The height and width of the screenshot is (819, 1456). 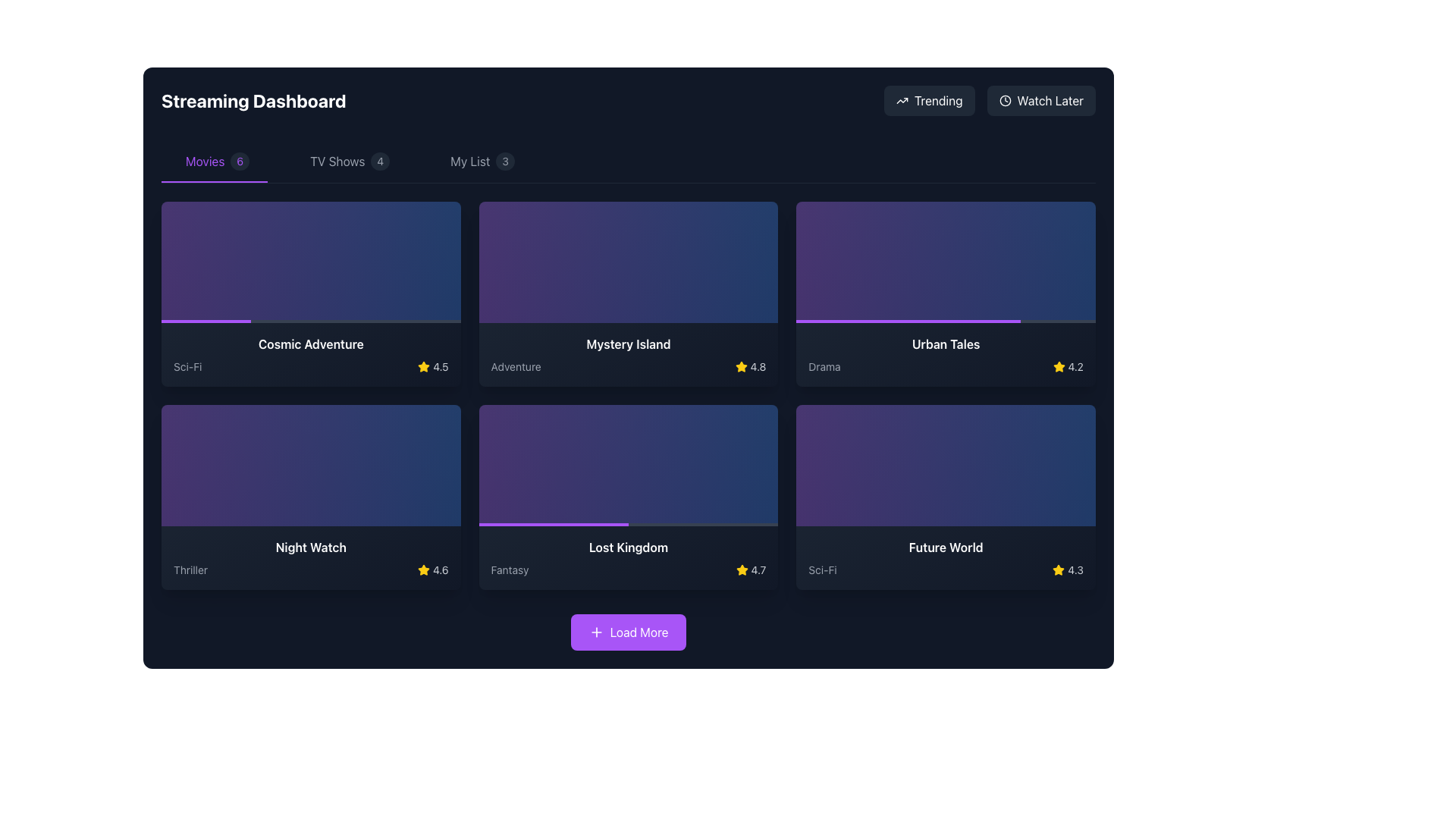 What do you see at coordinates (1067, 570) in the screenshot?
I see `the rating score displayed by the star icon and numerical value located at the bottom-right corner of the 'Future World' card, next to the 'Sci-Fi' category label` at bounding box center [1067, 570].